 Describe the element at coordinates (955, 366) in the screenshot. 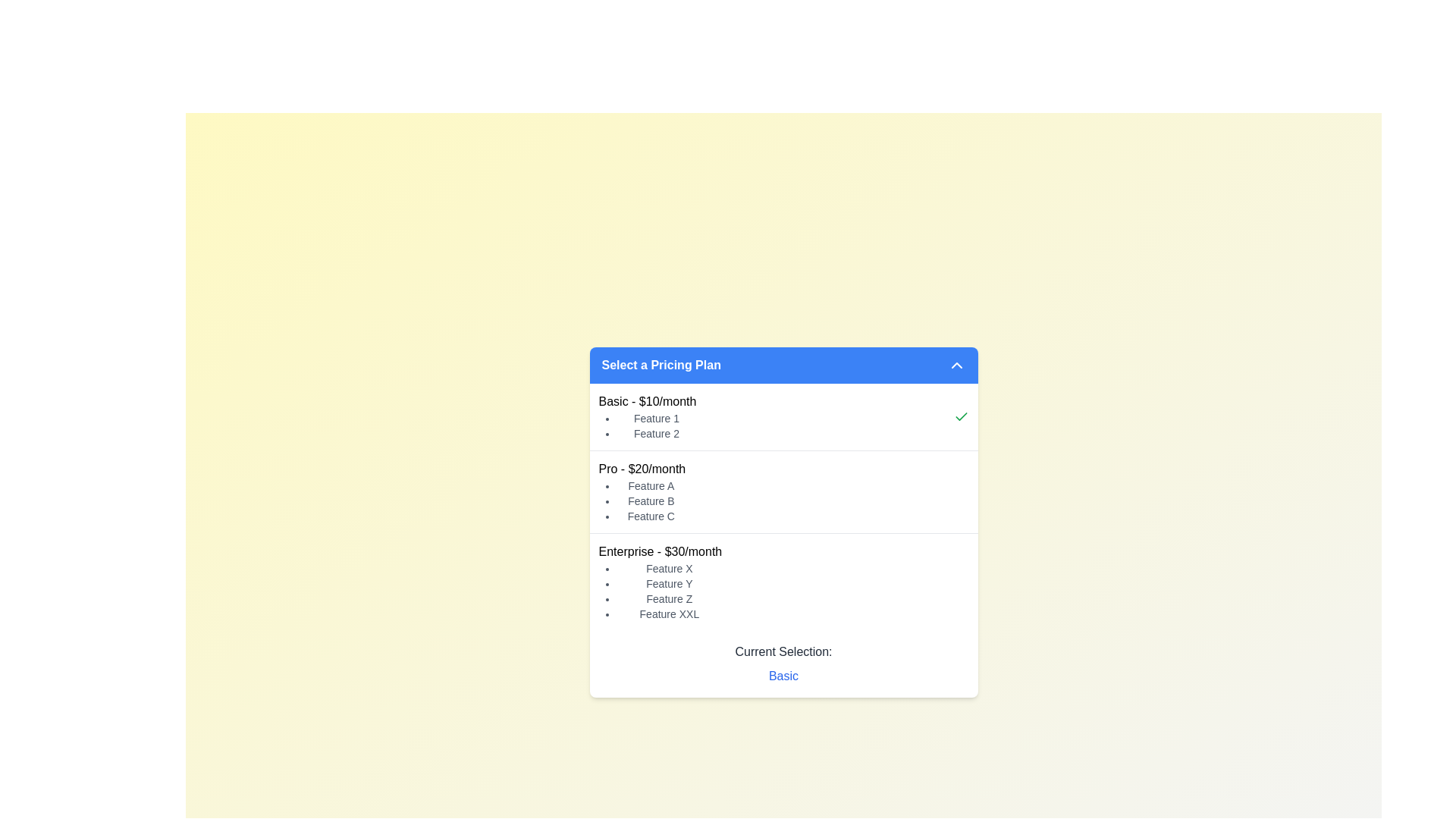

I see `the toggle Icon Button on the far right of the header bar titled 'Select a Pricing Plan'` at that location.